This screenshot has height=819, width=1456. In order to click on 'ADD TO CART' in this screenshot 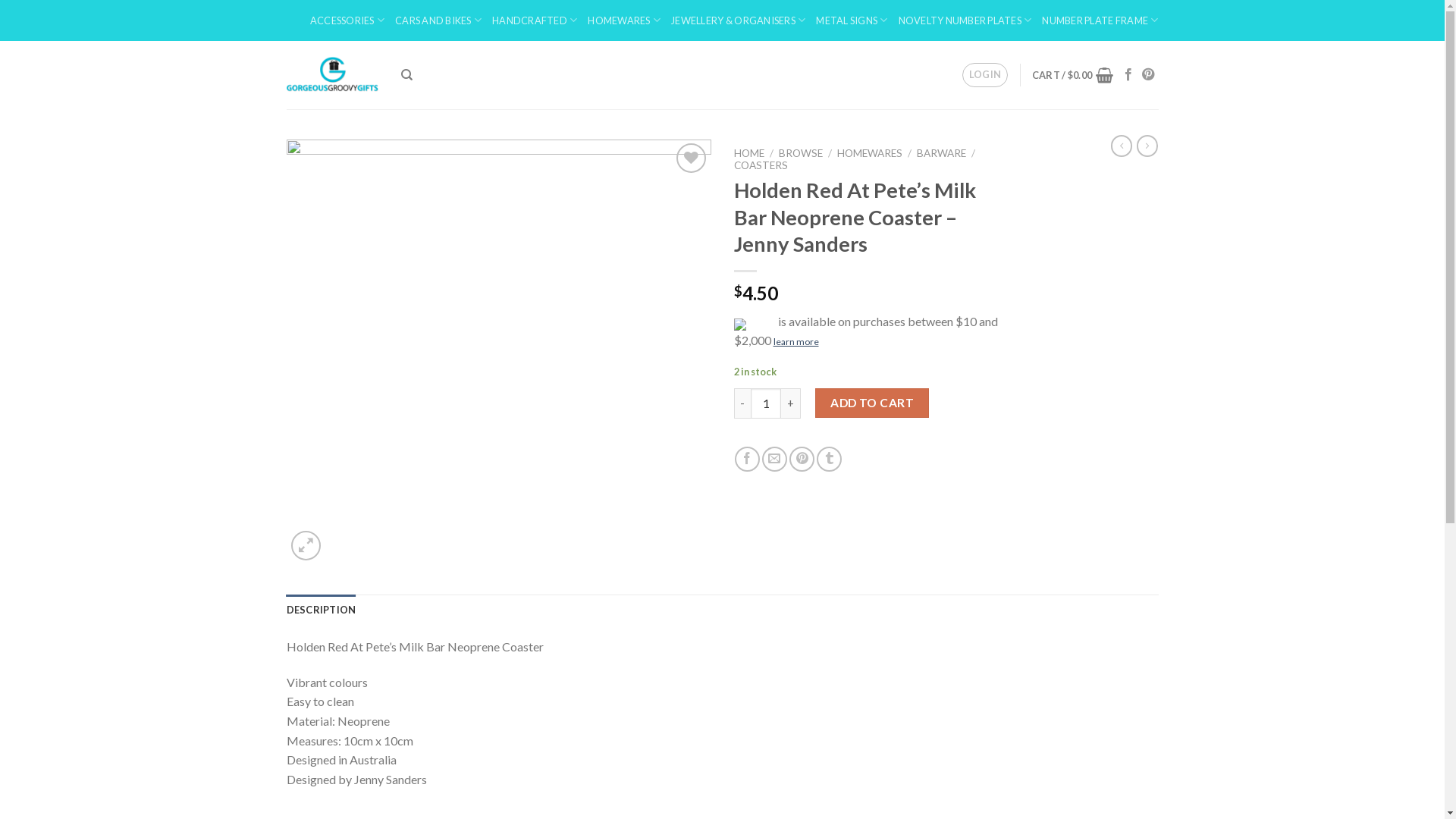, I will do `click(871, 402)`.